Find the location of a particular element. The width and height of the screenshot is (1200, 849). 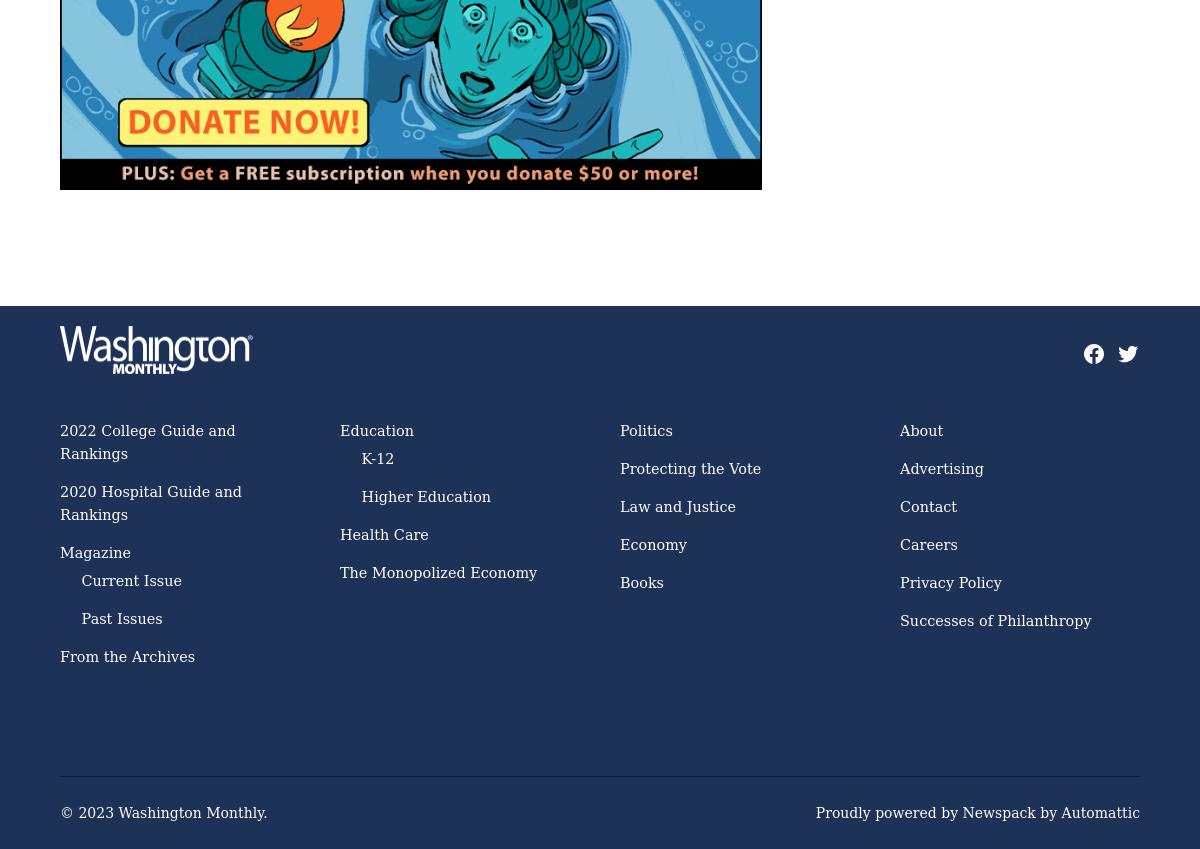

'Past Issues' is located at coordinates (121, 619).